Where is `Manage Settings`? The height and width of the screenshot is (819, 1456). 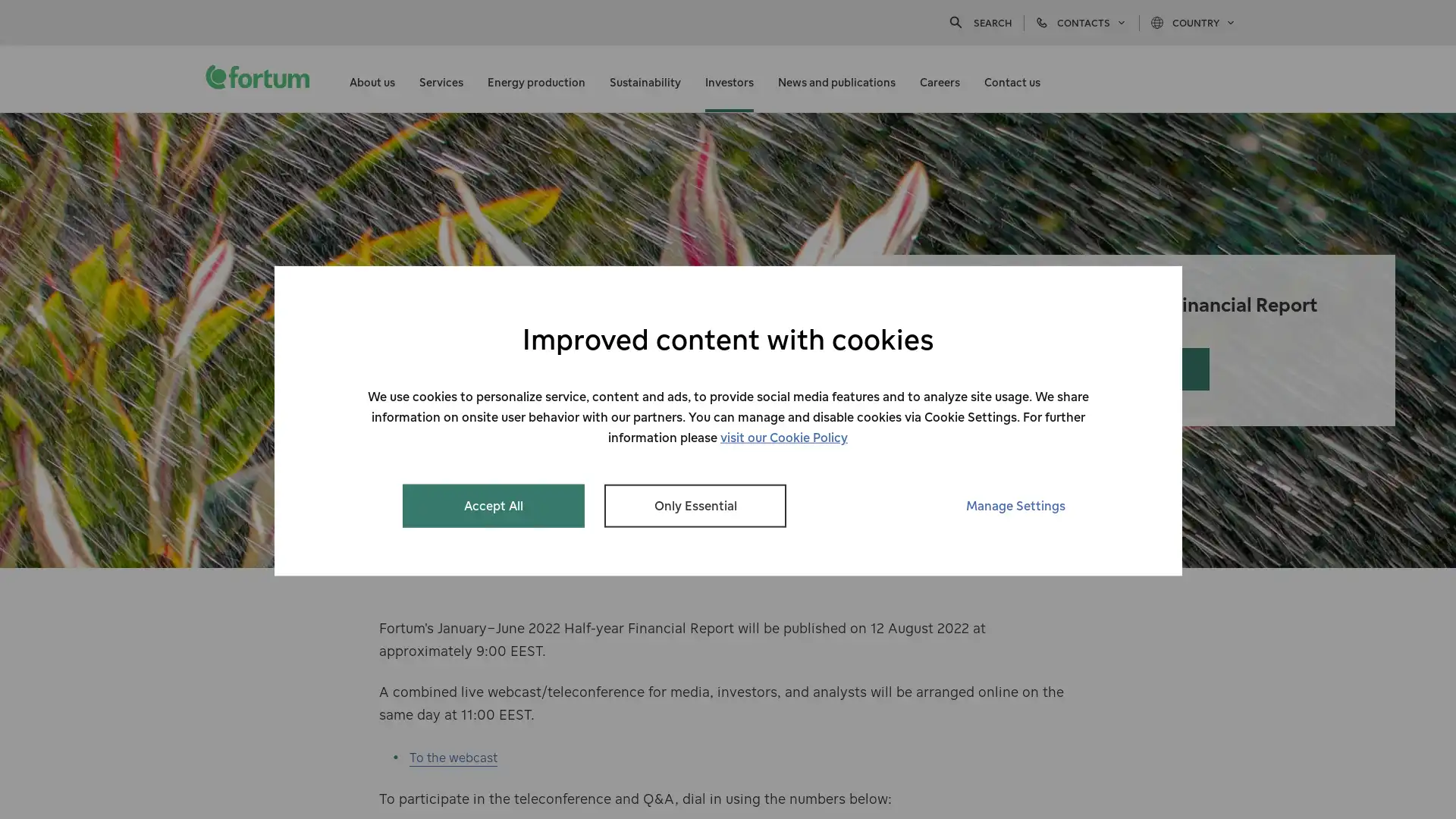 Manage Settings is located at coordinates (1015, 505).